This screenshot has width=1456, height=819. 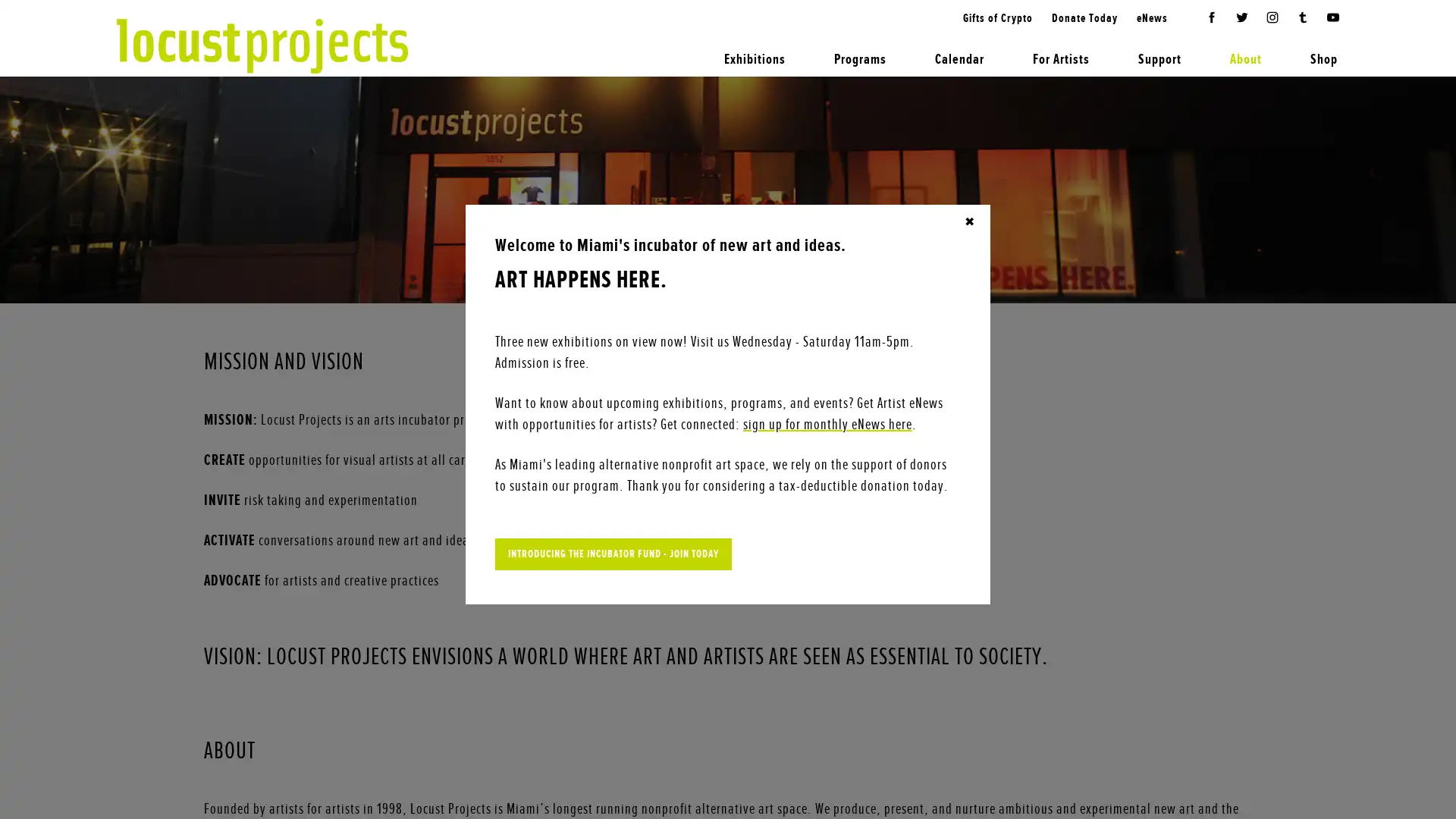 What do you see at coordinates (612, 554) in the screenshot?
I see `INTRODUCING THE INCUBATOR FUND - JOIN TODAY` at bounding box center [612, 554].